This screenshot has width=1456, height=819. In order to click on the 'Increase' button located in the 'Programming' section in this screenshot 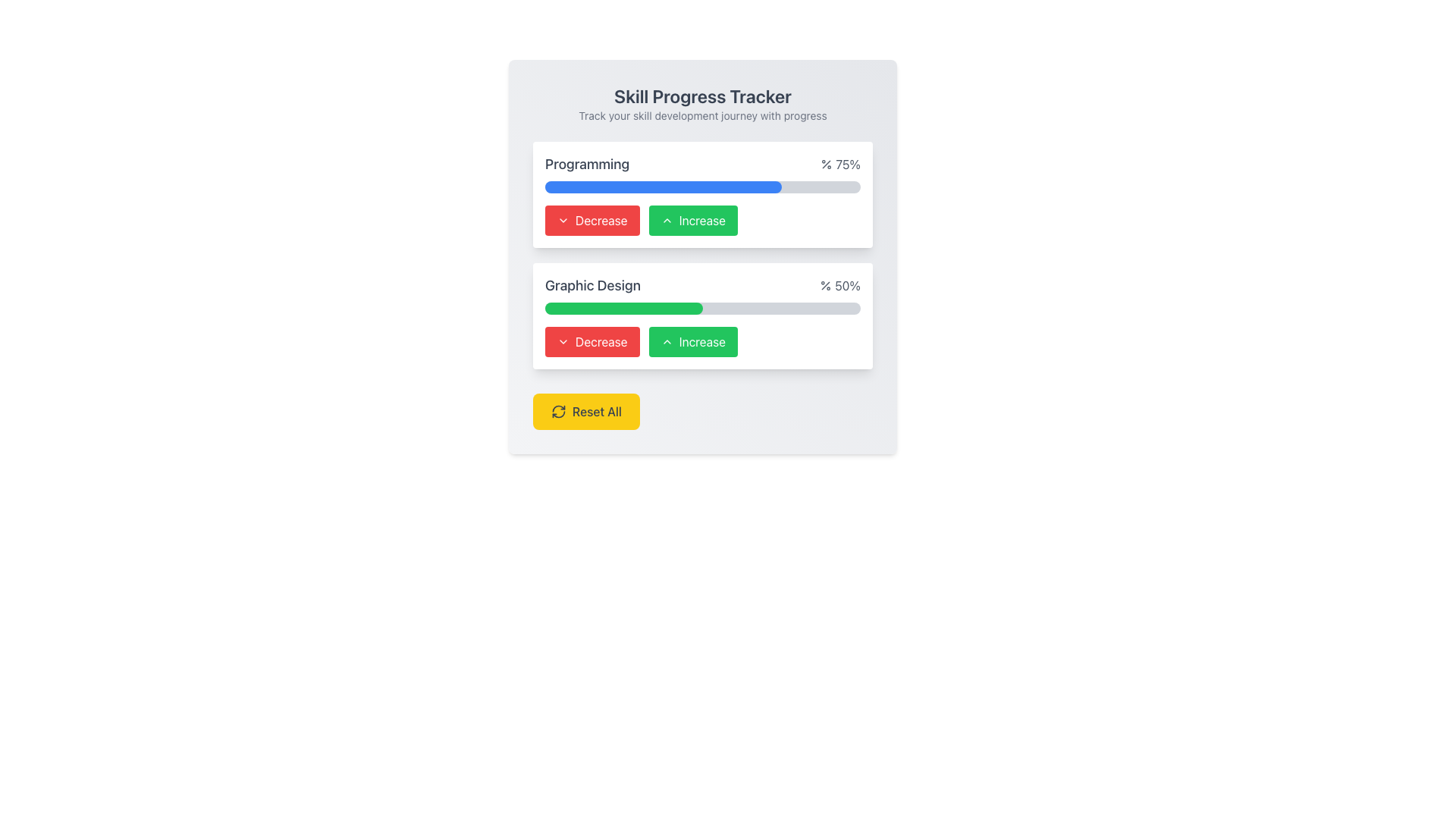, I will do `click(701, 220)`.